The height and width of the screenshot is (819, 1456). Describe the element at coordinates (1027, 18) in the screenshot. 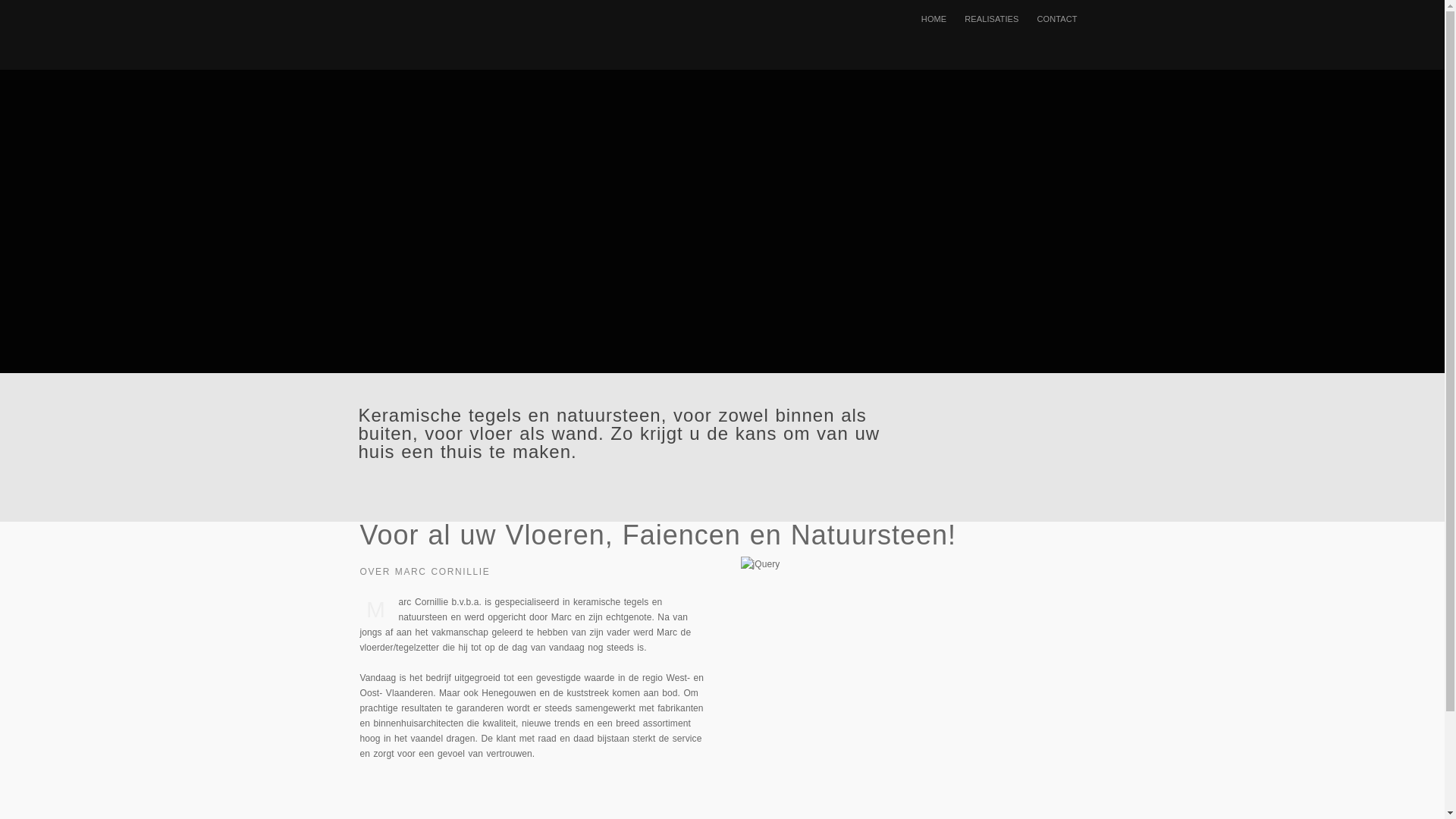

I see `'CONTACT'` at that location.